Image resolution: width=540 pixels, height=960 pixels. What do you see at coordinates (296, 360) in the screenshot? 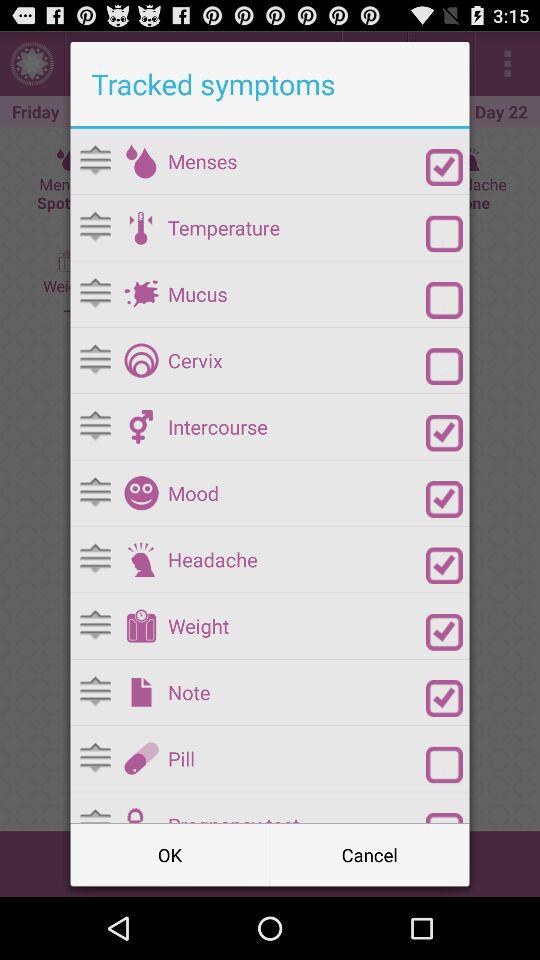
I see `the cervix icon` at bounding box center [296, 360].